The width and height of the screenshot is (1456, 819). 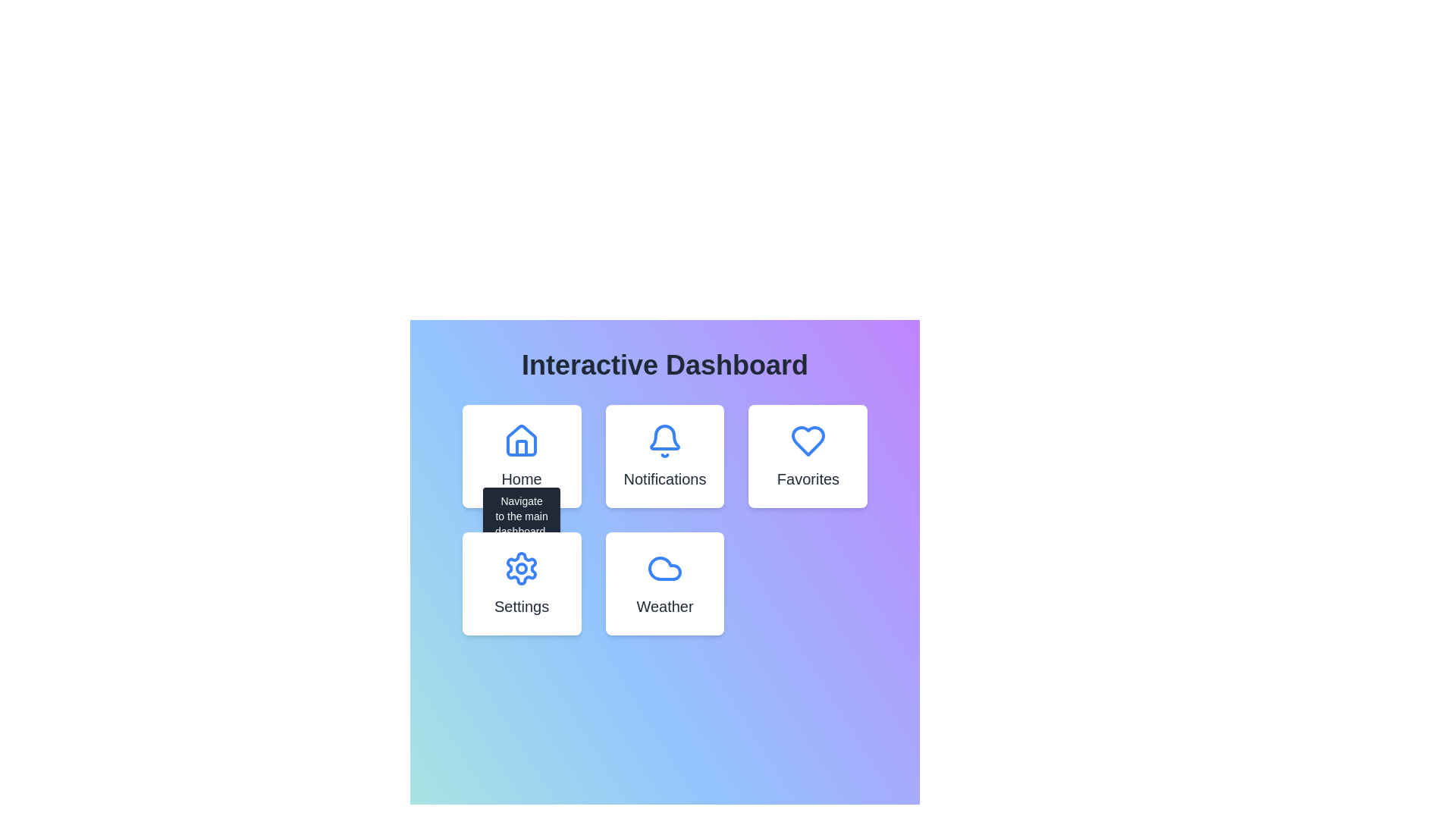 What do you see at coordinates (522, 441) in the screenshot?
I see `the 'Home' navigation icon located in the first tile of the grid arrangement beneath the 'Interactive Dashboard' heading` at bounding box center [522, 441].